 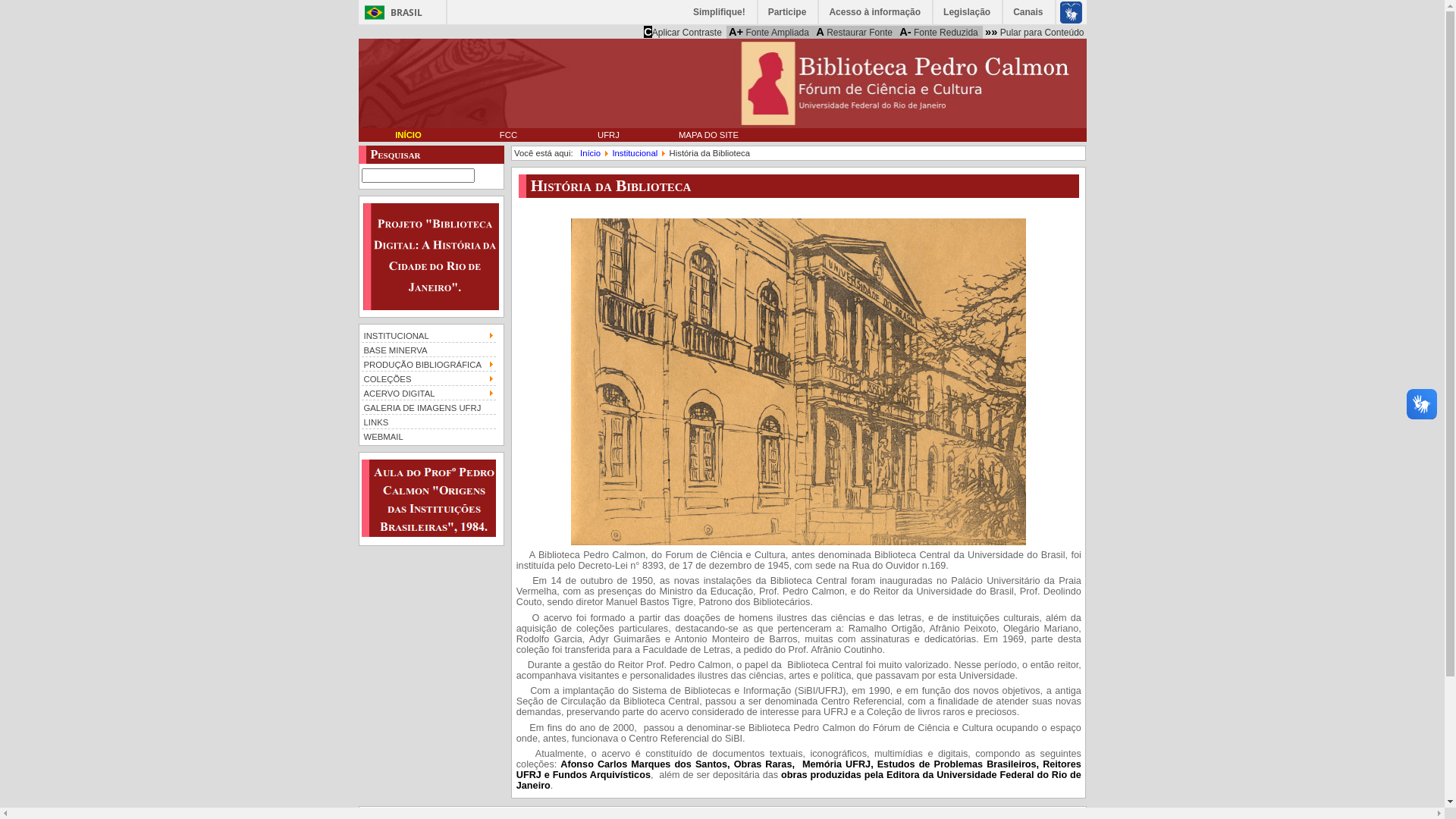 I want to click on 'Participe', so click(x=788, y=11).